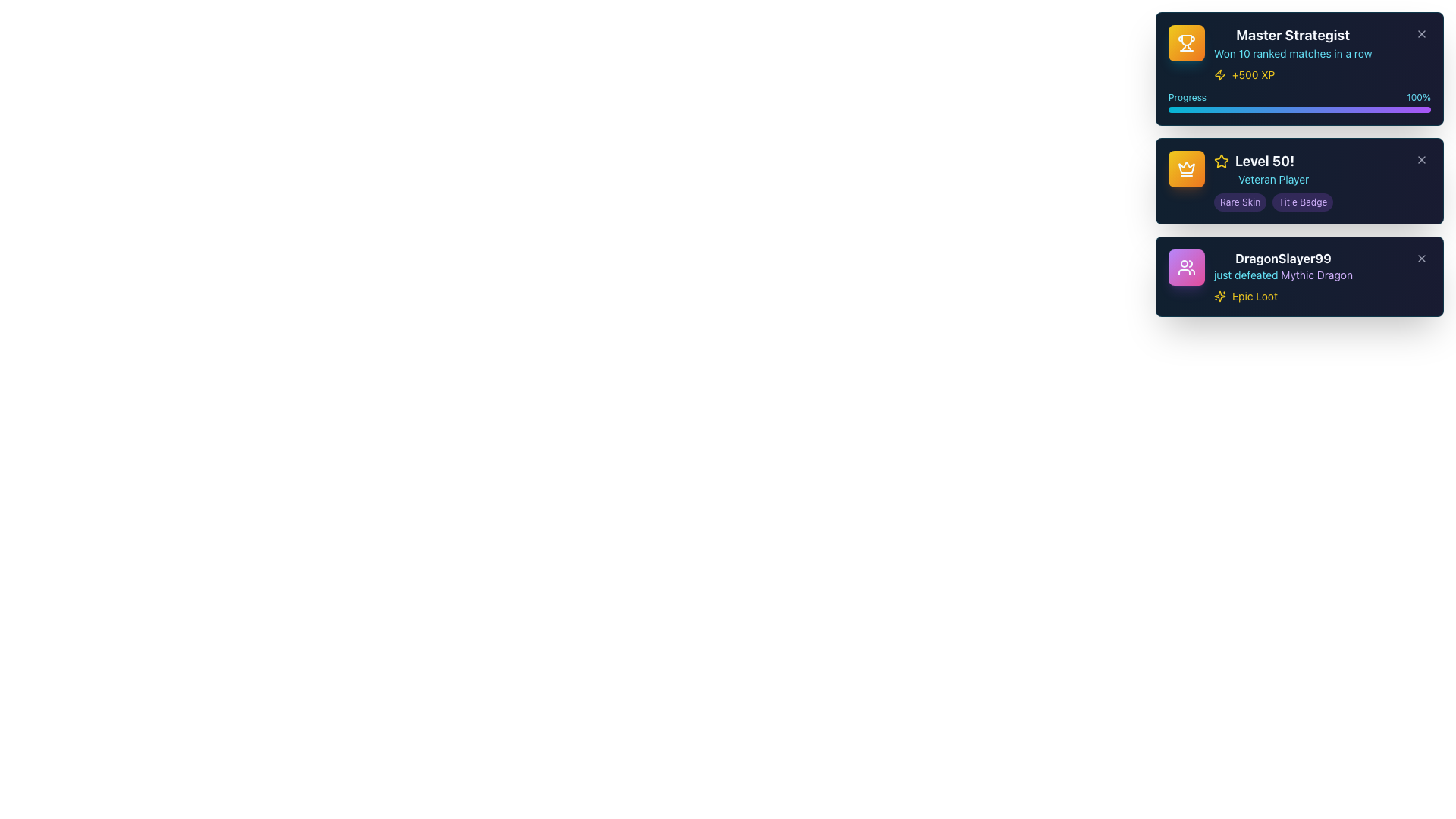  I want to click on the Notification Card that displays a user achievement with a bold username on a dark background, which is the last item in a vertically-stacked list of notifications, so click(1260, 277).